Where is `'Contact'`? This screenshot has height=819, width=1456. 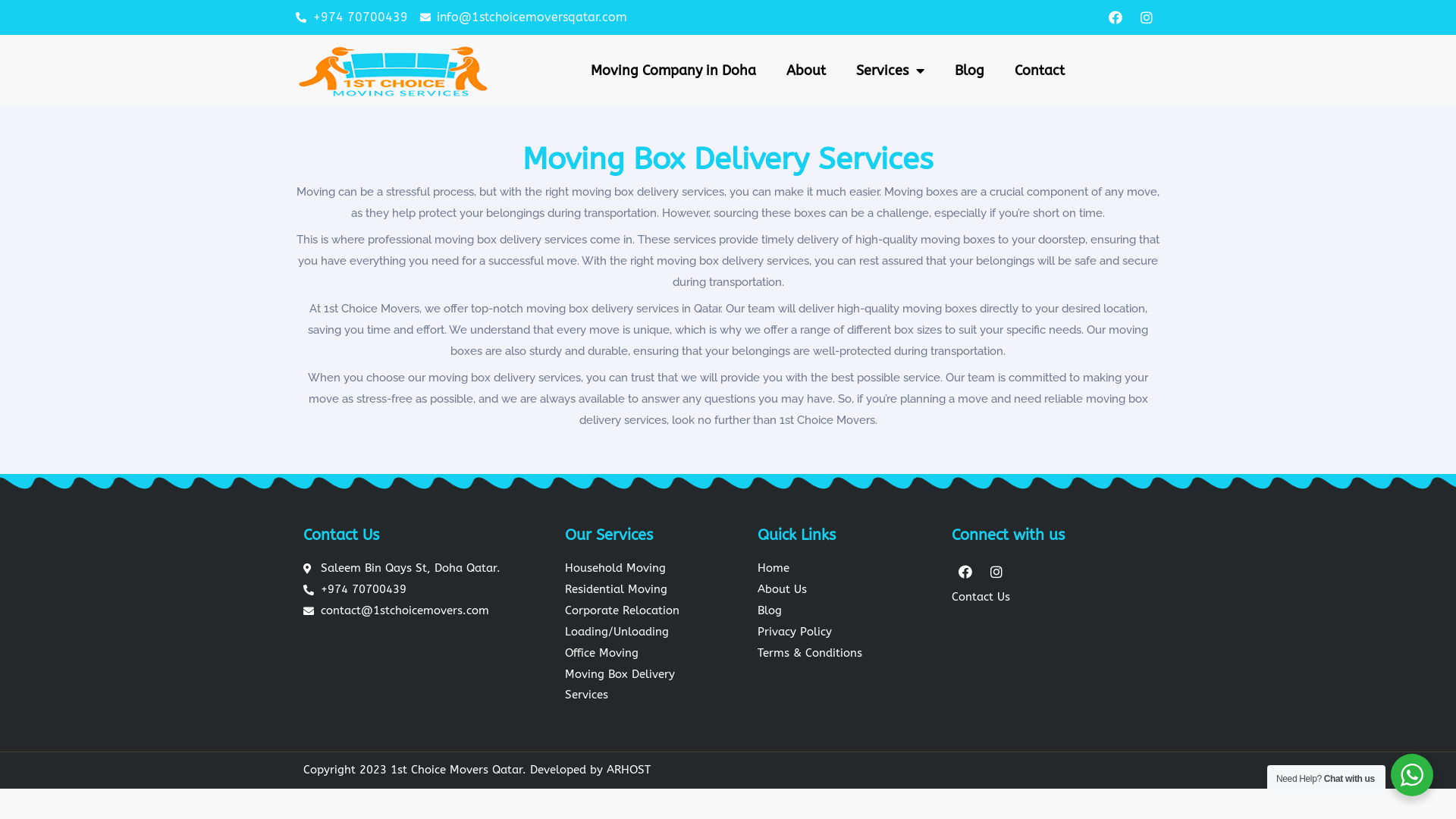
'Contact' is located at coordinates (1039, 70).